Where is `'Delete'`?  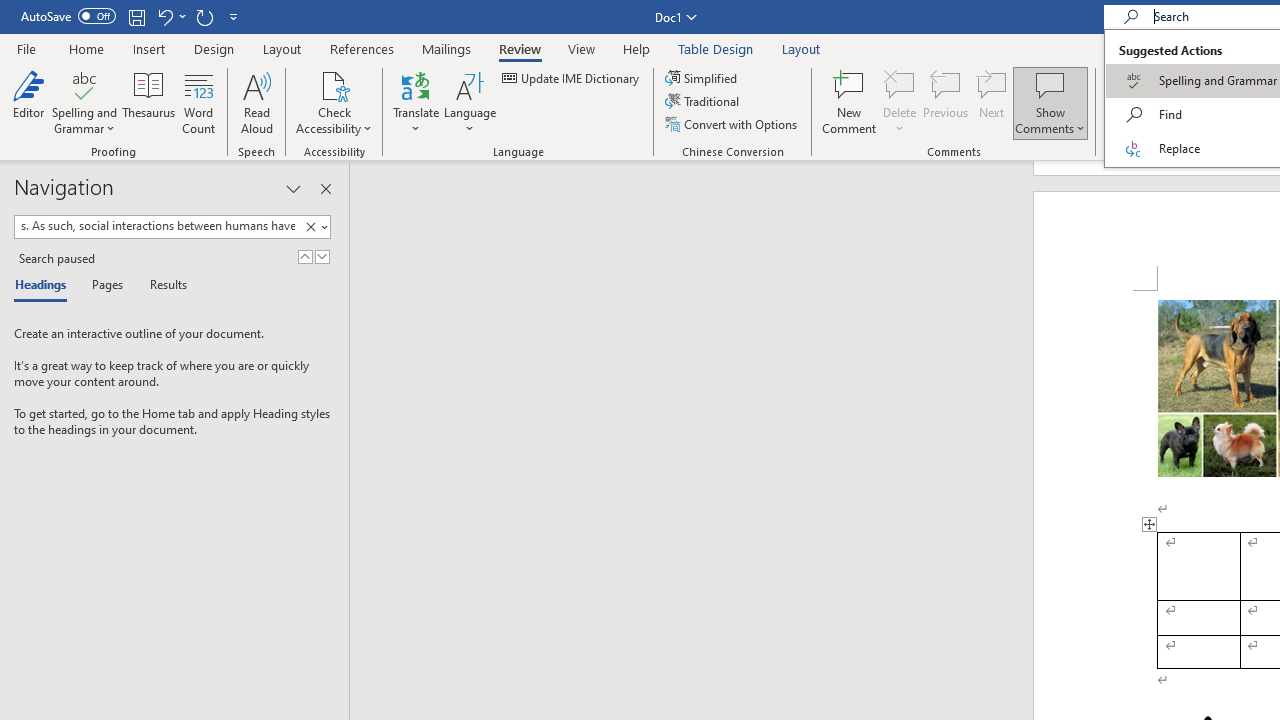
'Delete' is located at coordinates (899, 103).